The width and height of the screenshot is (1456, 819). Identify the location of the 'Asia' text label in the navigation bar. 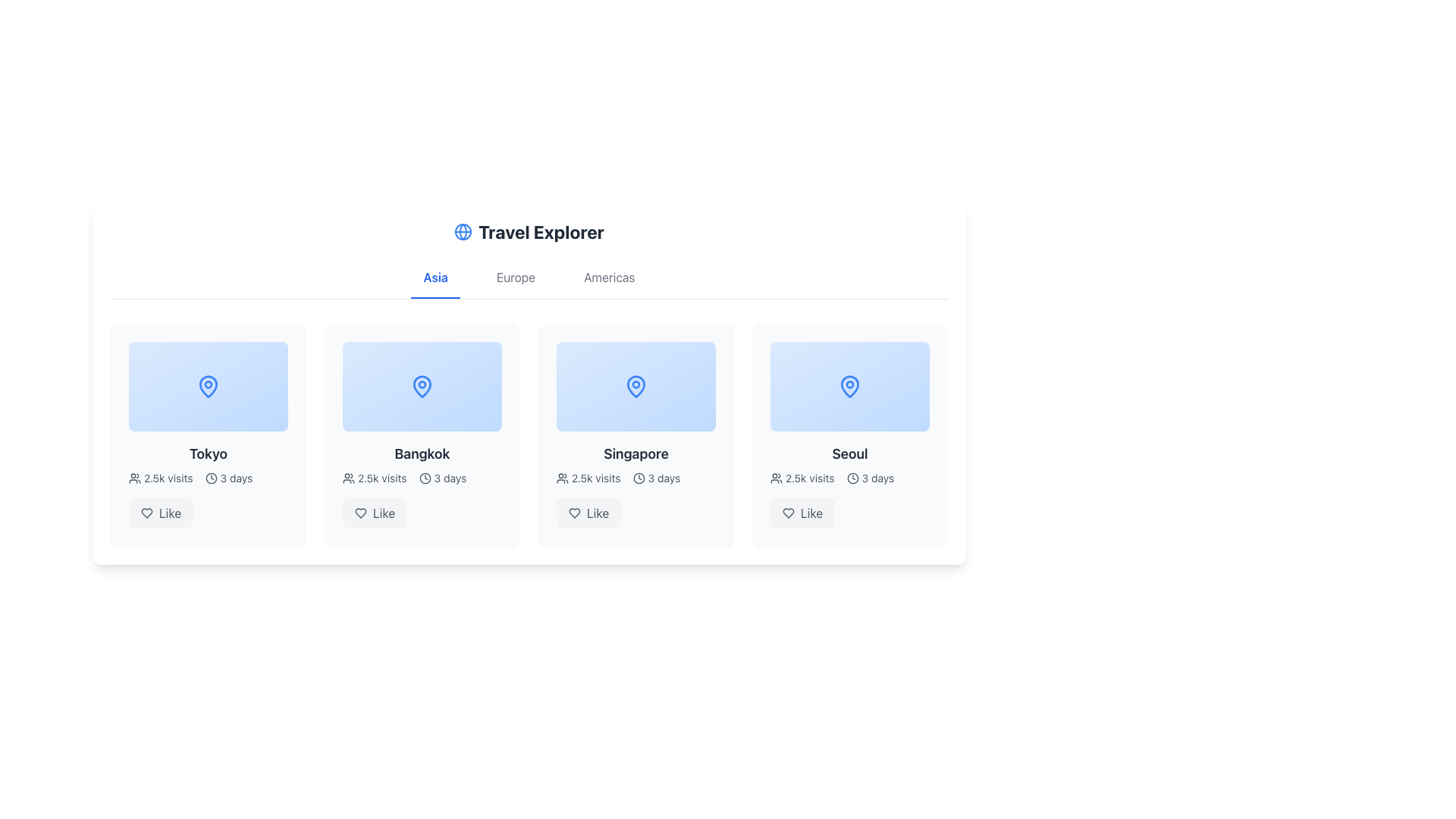
(435, 284).